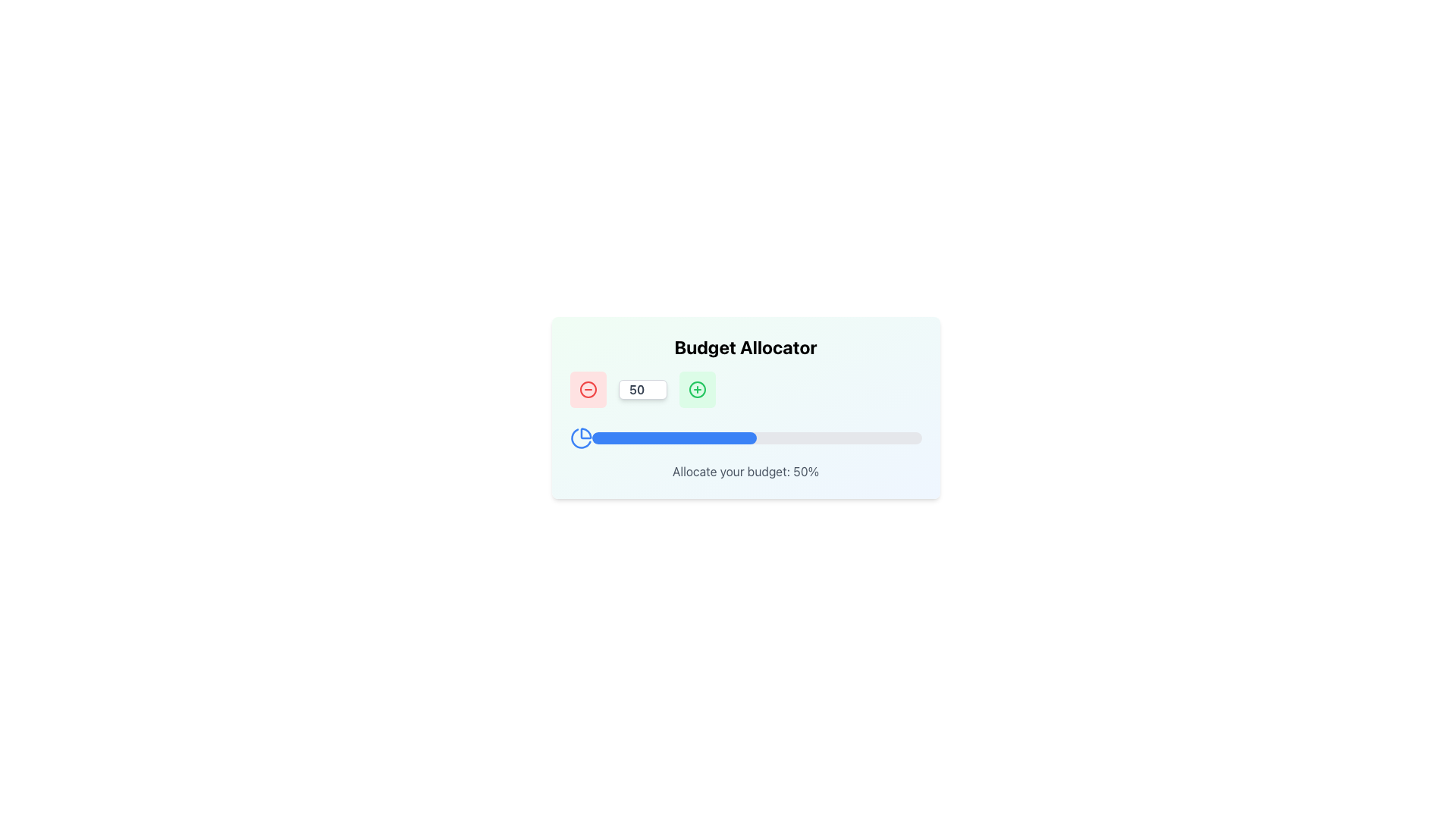 Image resolution: width=1456 pixels, height=819 pixels. Describe the element at coordinates (757, 438) in the screenshot. I see `the progress bar that visually represents the current allocation of a budget, located centrally below the title 'Budget Allocator'` at that location.